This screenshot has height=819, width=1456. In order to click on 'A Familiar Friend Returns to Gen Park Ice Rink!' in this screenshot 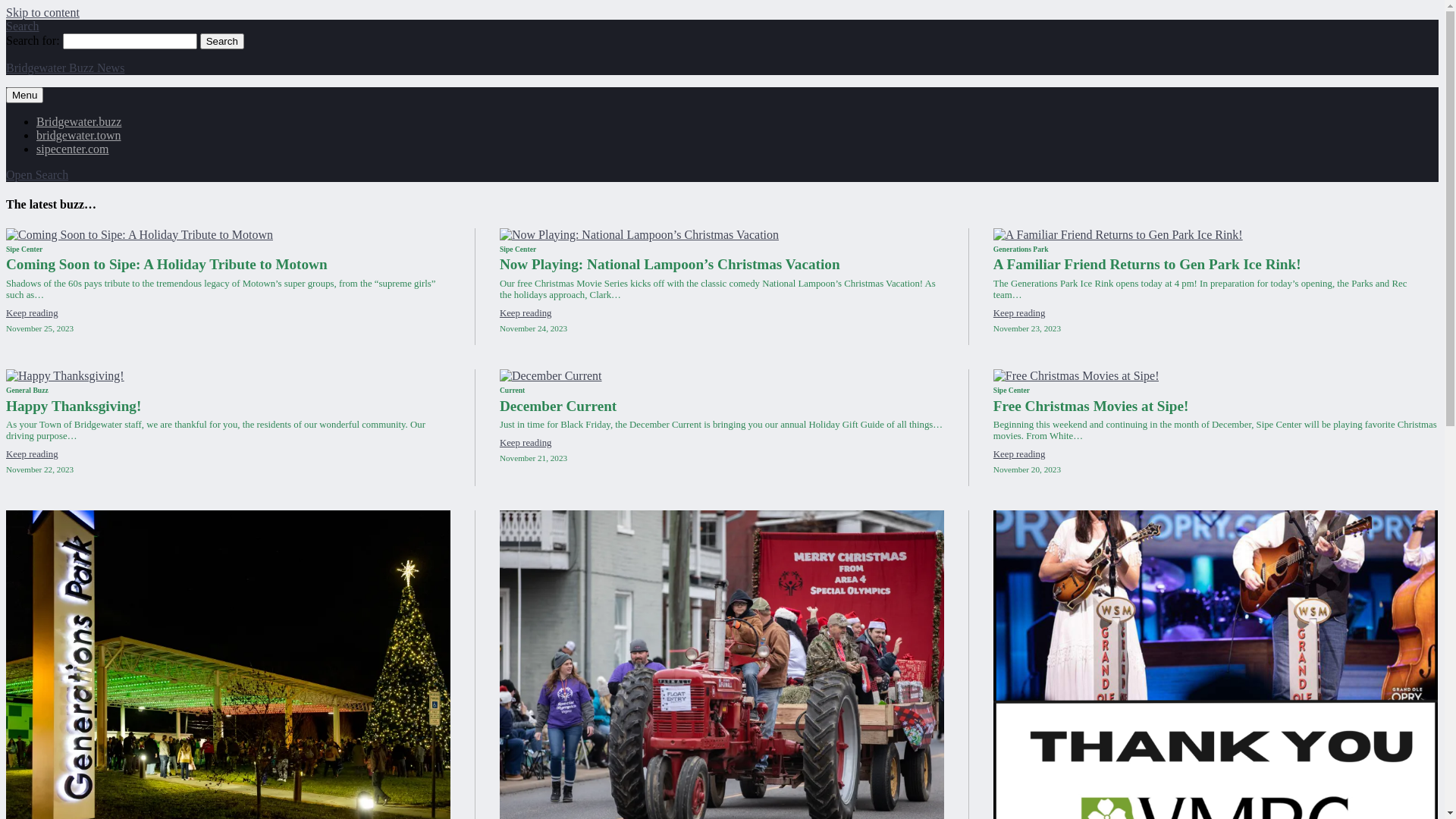, I will do `click(1147, 263)`.